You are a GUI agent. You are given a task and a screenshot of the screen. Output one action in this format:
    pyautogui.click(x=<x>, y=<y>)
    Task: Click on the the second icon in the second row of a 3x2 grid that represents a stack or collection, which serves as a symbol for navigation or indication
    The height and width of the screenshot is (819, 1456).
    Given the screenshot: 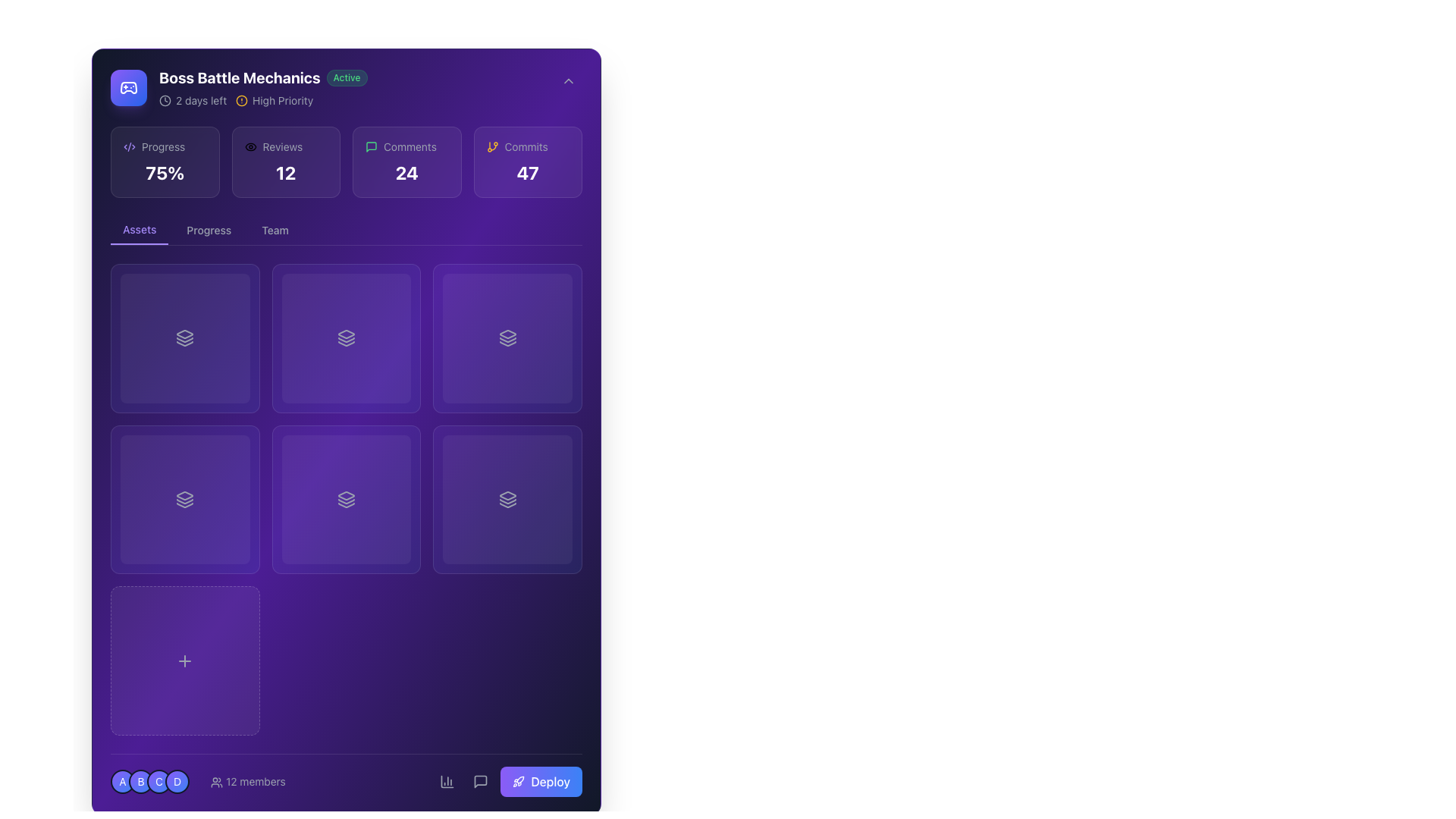 What is the action you would take?
    pyautogui.click(x=345, y=500)
    